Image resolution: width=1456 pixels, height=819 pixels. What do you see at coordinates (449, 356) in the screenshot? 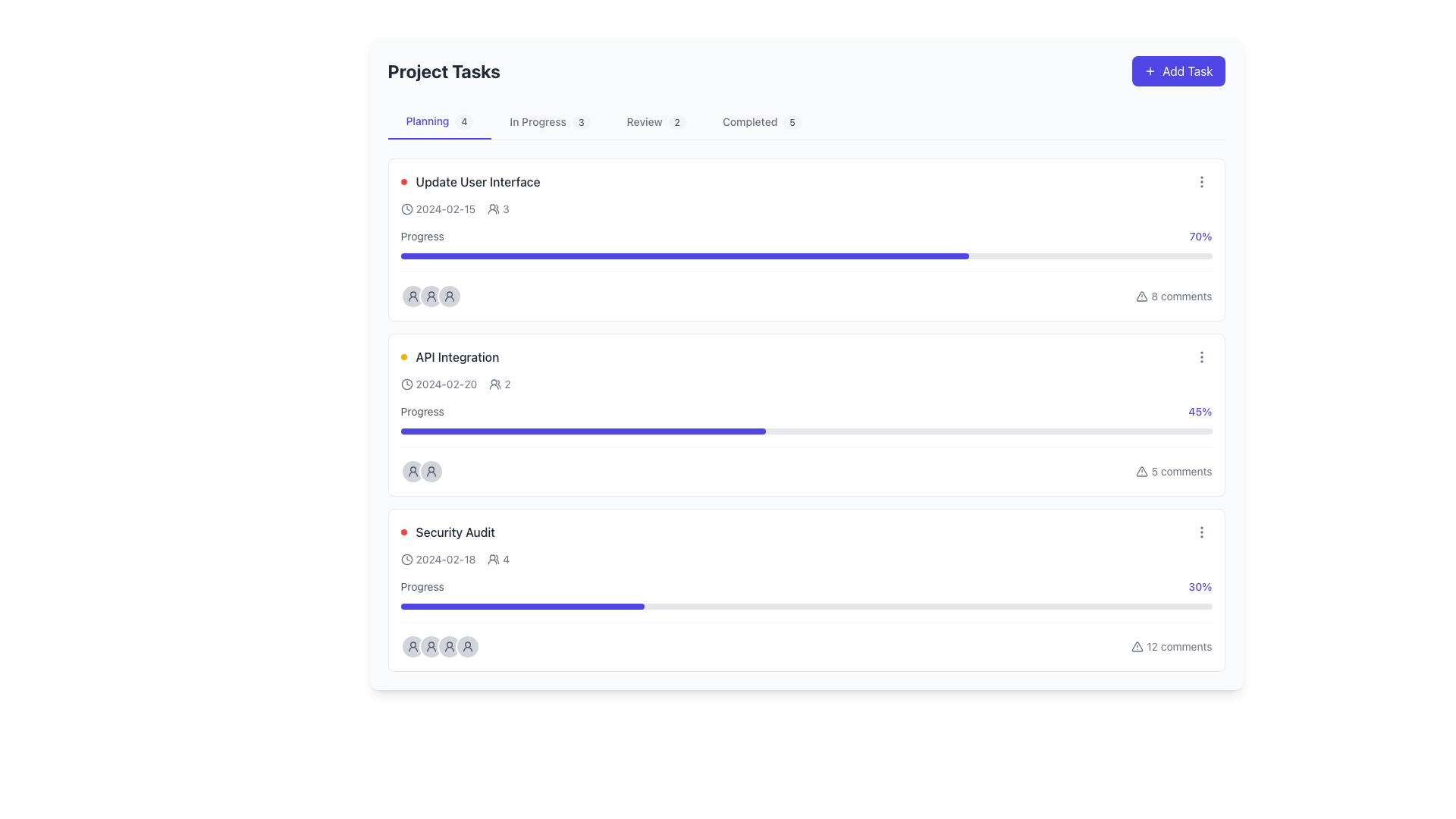
I see `displayed text from the text label titled 'API Integration' located in the second task card of the 'Planning' section, positioned between the cards for 'Update User Interface' and 'Security Audit.'` at bounding box center [449, 356].